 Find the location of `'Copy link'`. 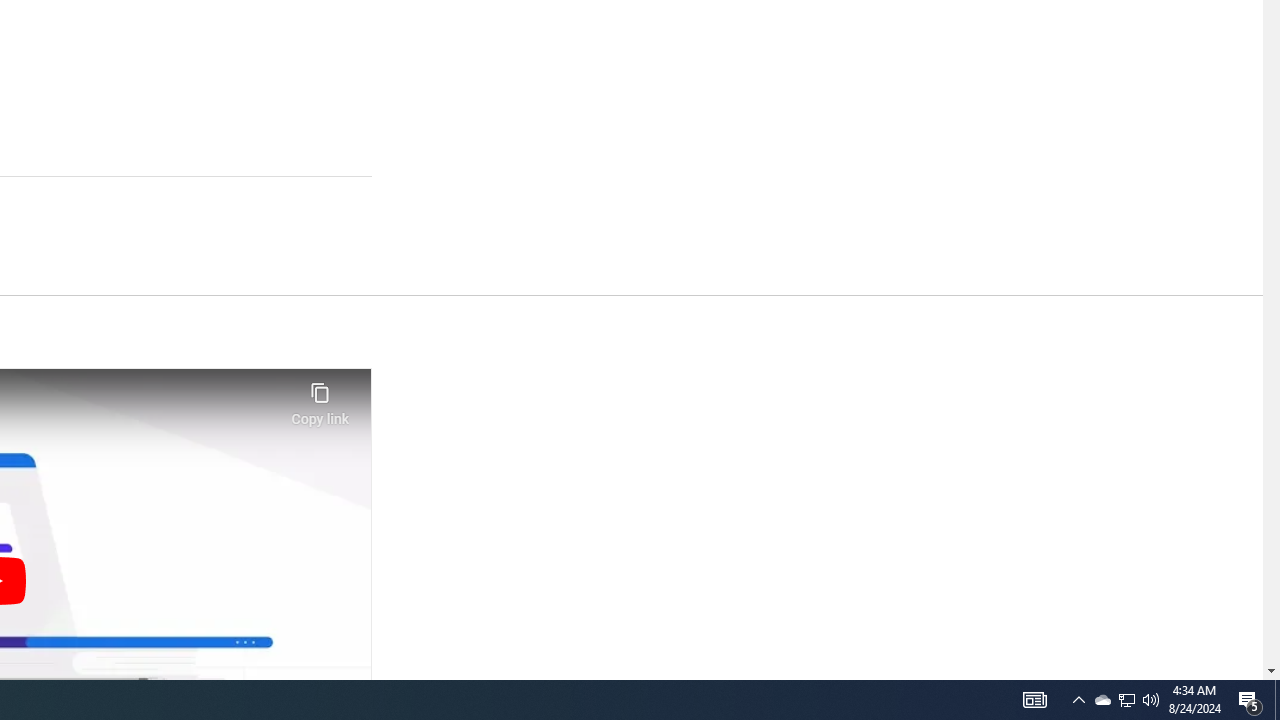

'Copy link' is located at coordinates (320, 398).